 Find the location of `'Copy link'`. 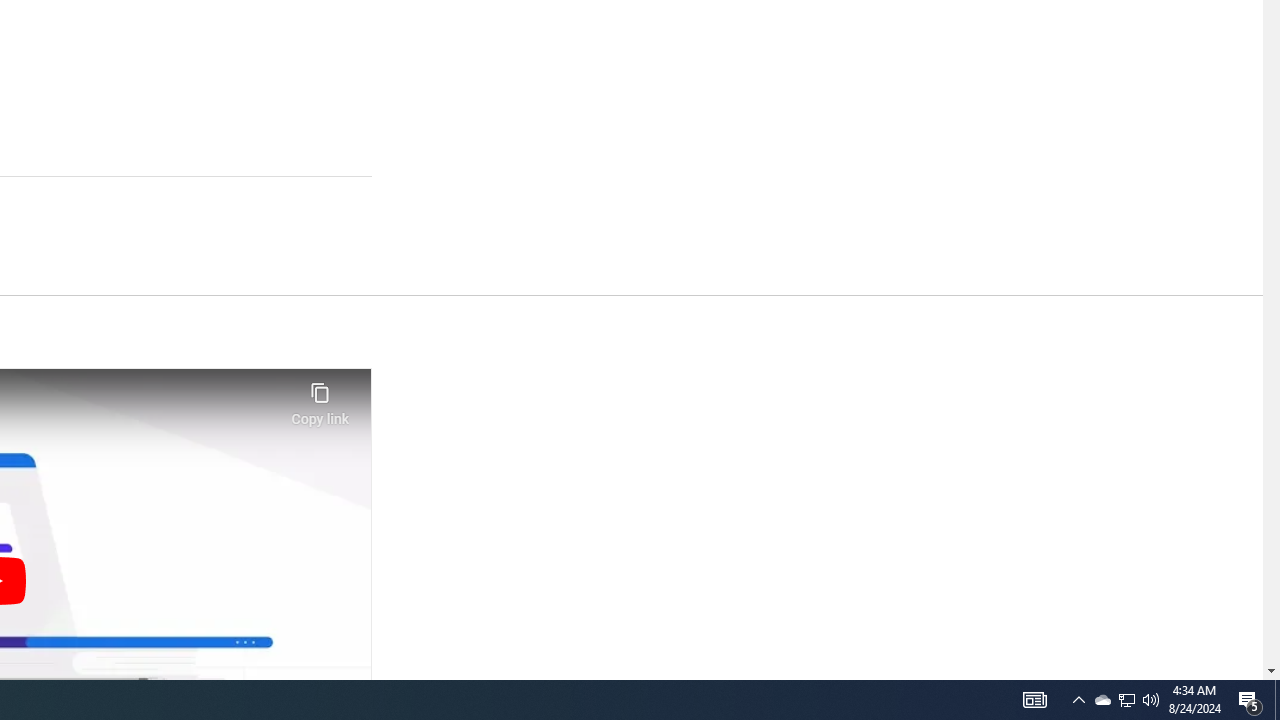

'Copy link' is located at coordinates (320, 398).